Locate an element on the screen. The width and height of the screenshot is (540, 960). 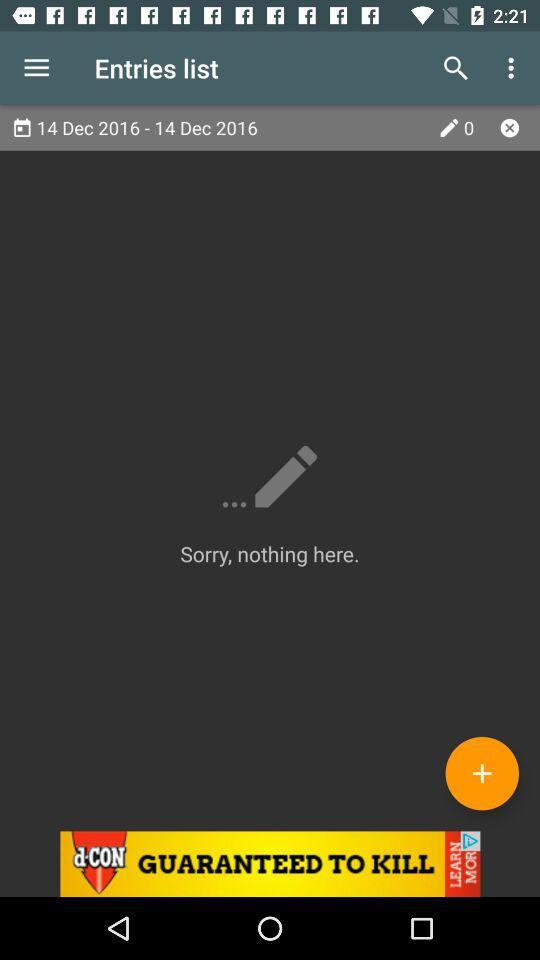
d-con advertisement is located at coordinates (270, 863).